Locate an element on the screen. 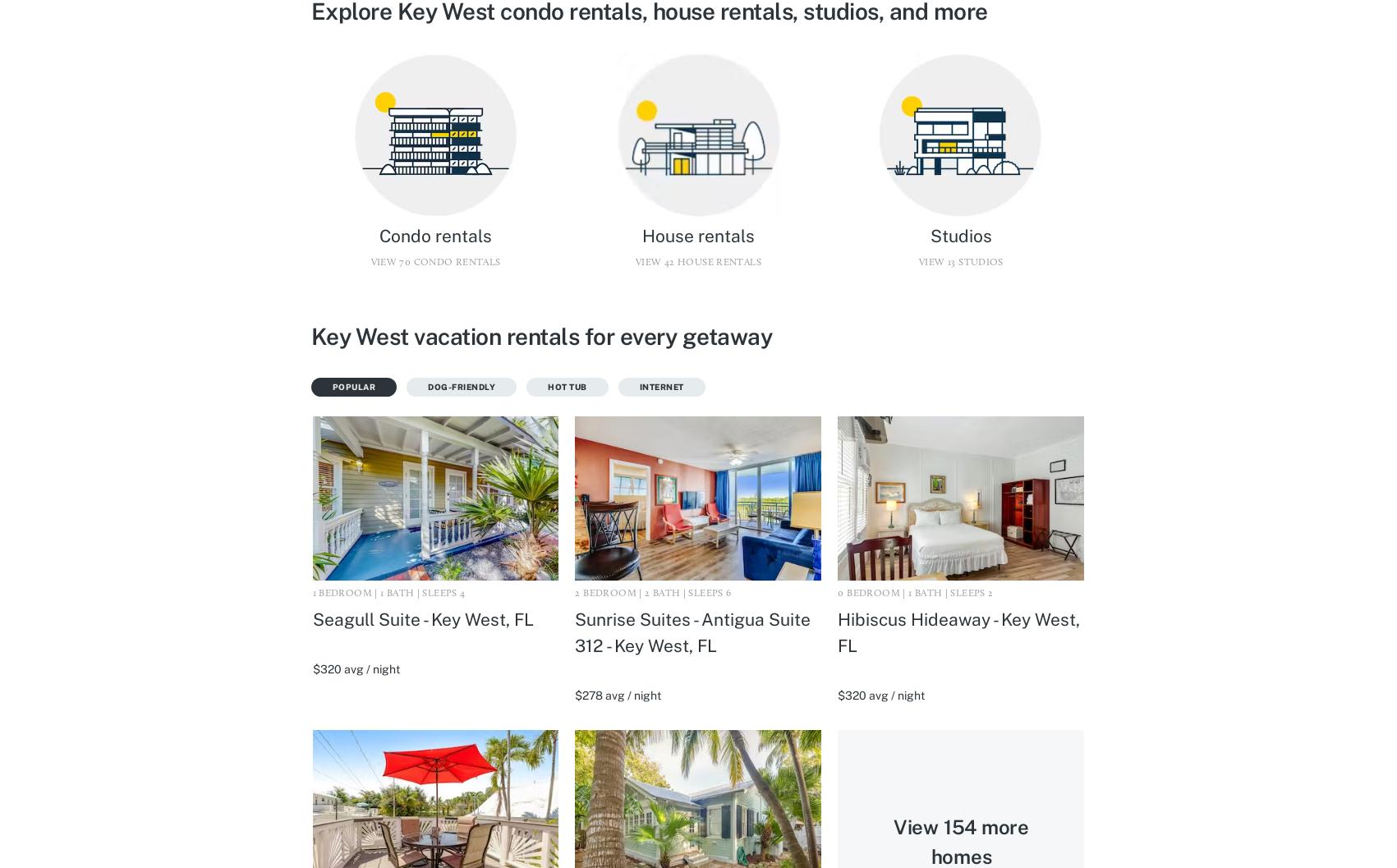  '1 Bedroom | 1 Bath | Sleeps 4' is located at coordinates (388, 592).